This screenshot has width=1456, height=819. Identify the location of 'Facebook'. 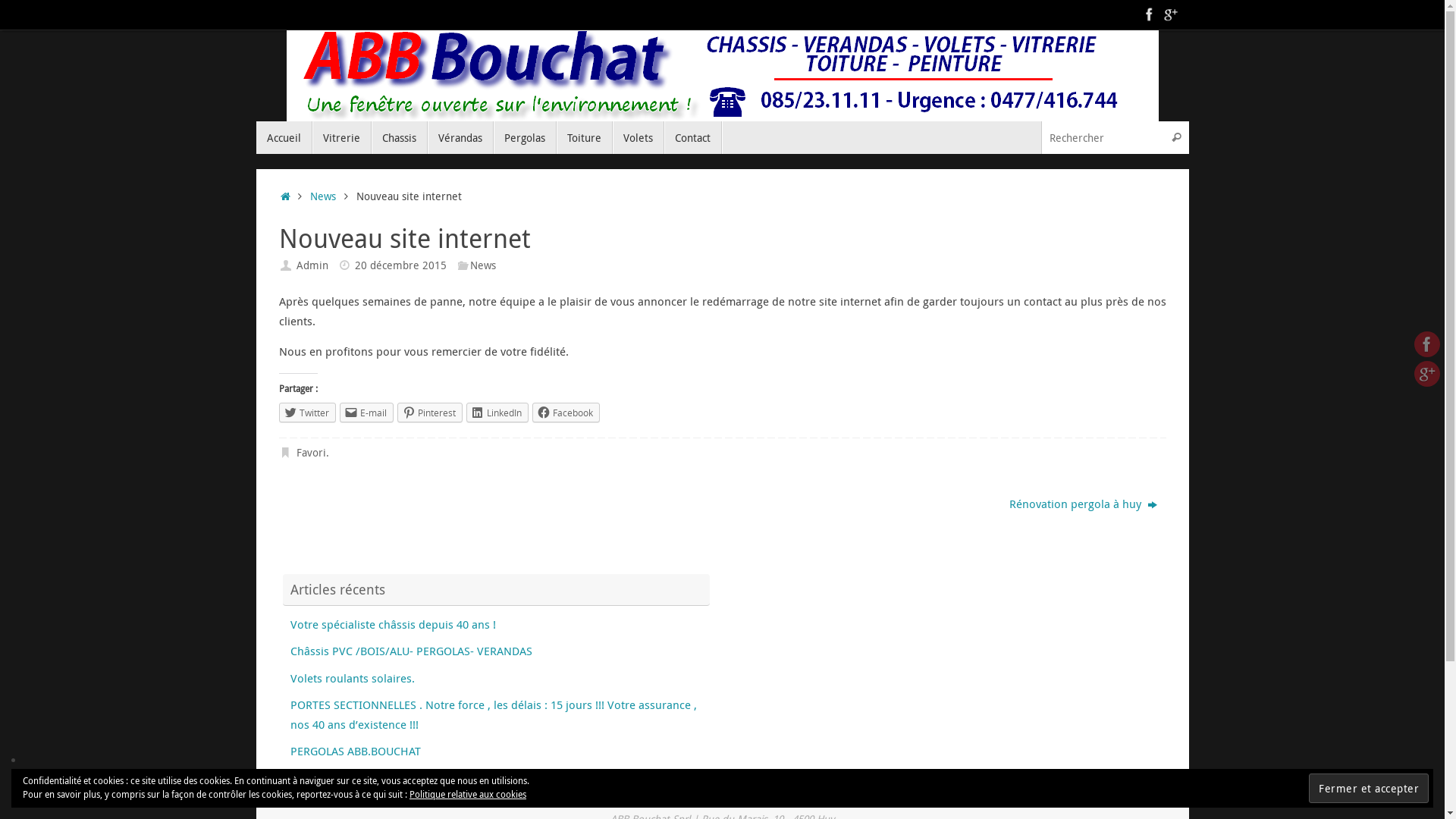
(532, 412).